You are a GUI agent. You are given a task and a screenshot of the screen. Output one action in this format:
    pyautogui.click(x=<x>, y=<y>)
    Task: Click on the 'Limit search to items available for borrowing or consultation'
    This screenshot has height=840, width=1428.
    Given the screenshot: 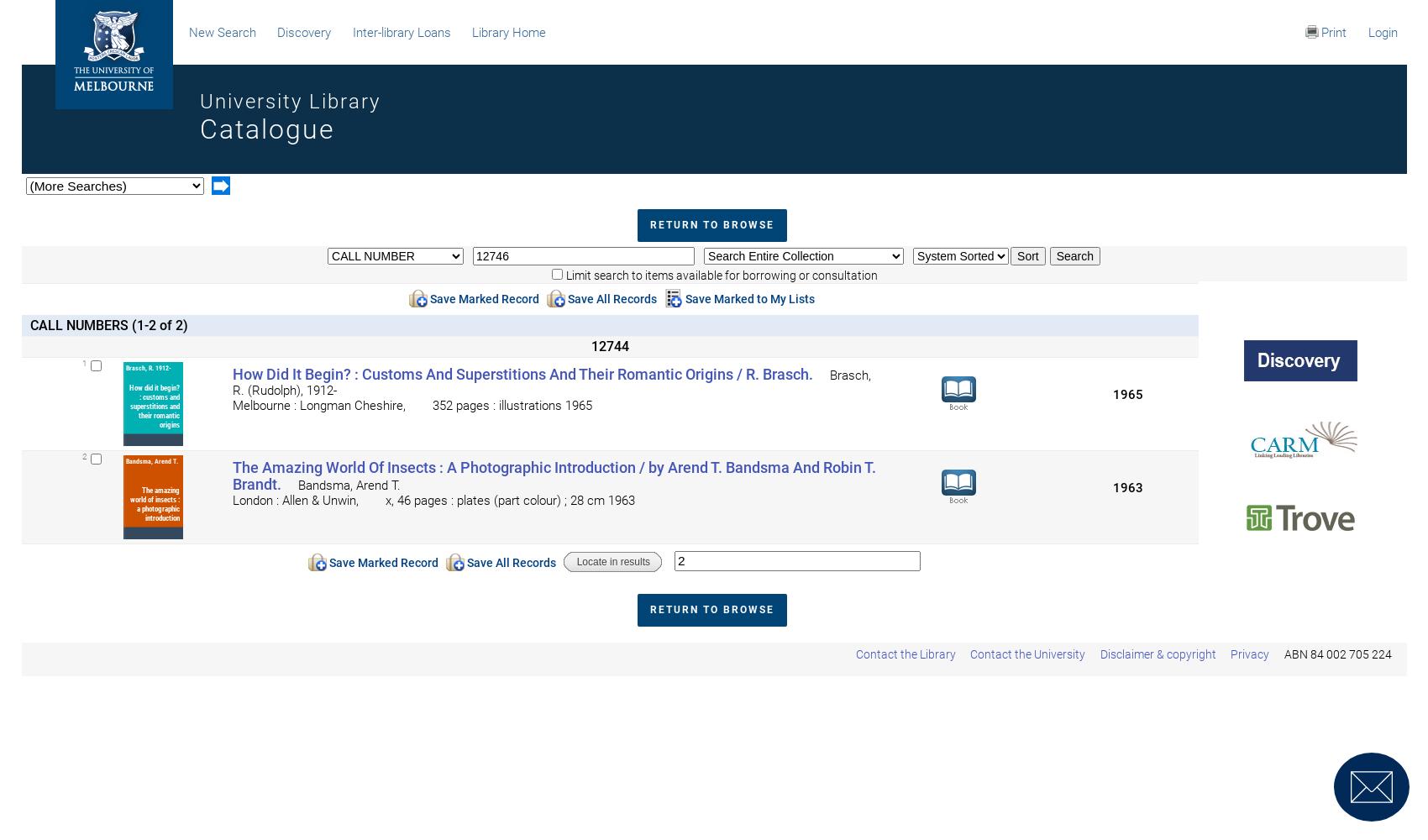 What is the action you would take?
    pyautogui.click(x=719, y=275)
    